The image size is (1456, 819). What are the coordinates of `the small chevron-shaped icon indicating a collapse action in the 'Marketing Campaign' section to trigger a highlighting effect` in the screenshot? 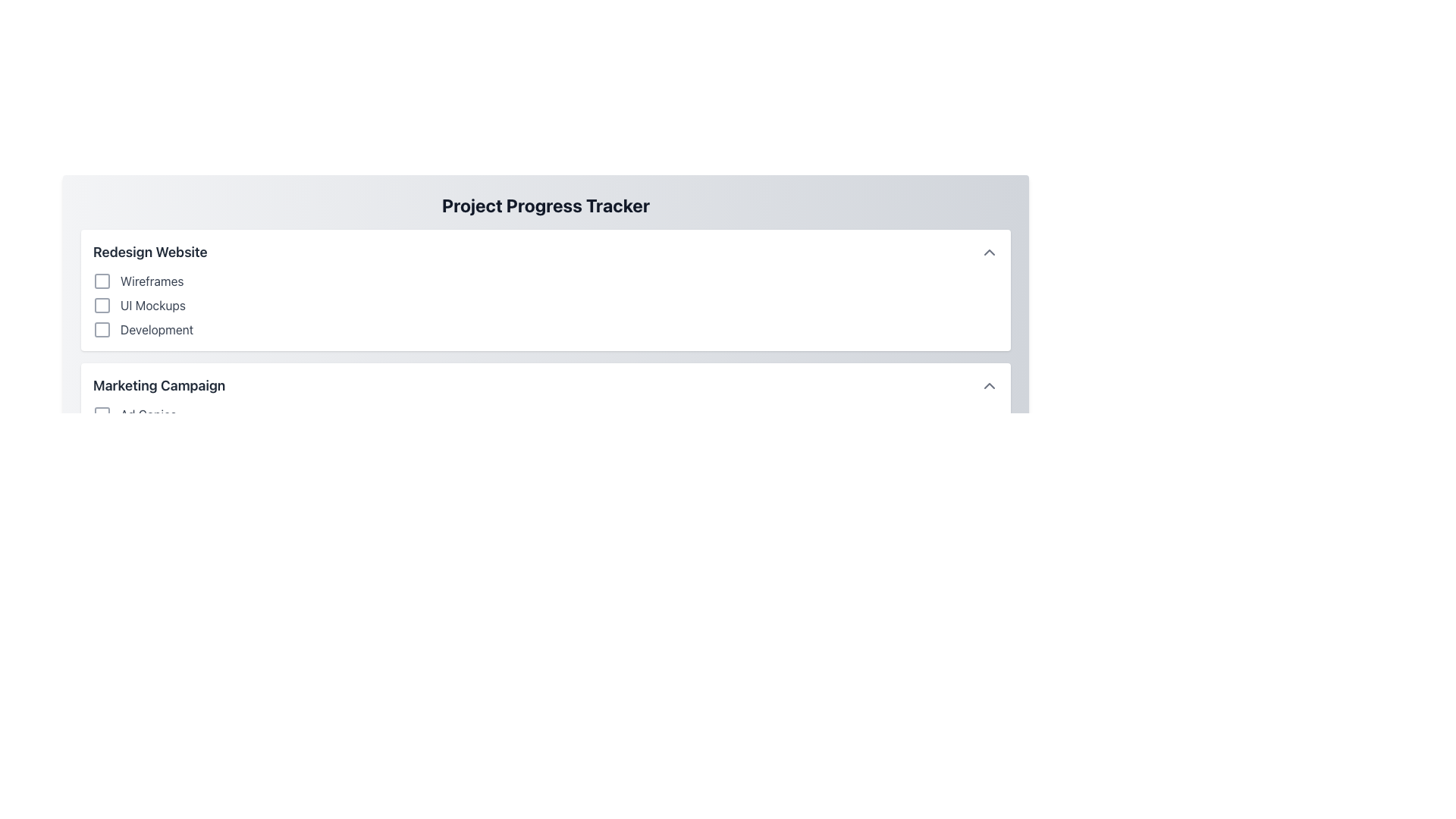 It's located at (990, 385).